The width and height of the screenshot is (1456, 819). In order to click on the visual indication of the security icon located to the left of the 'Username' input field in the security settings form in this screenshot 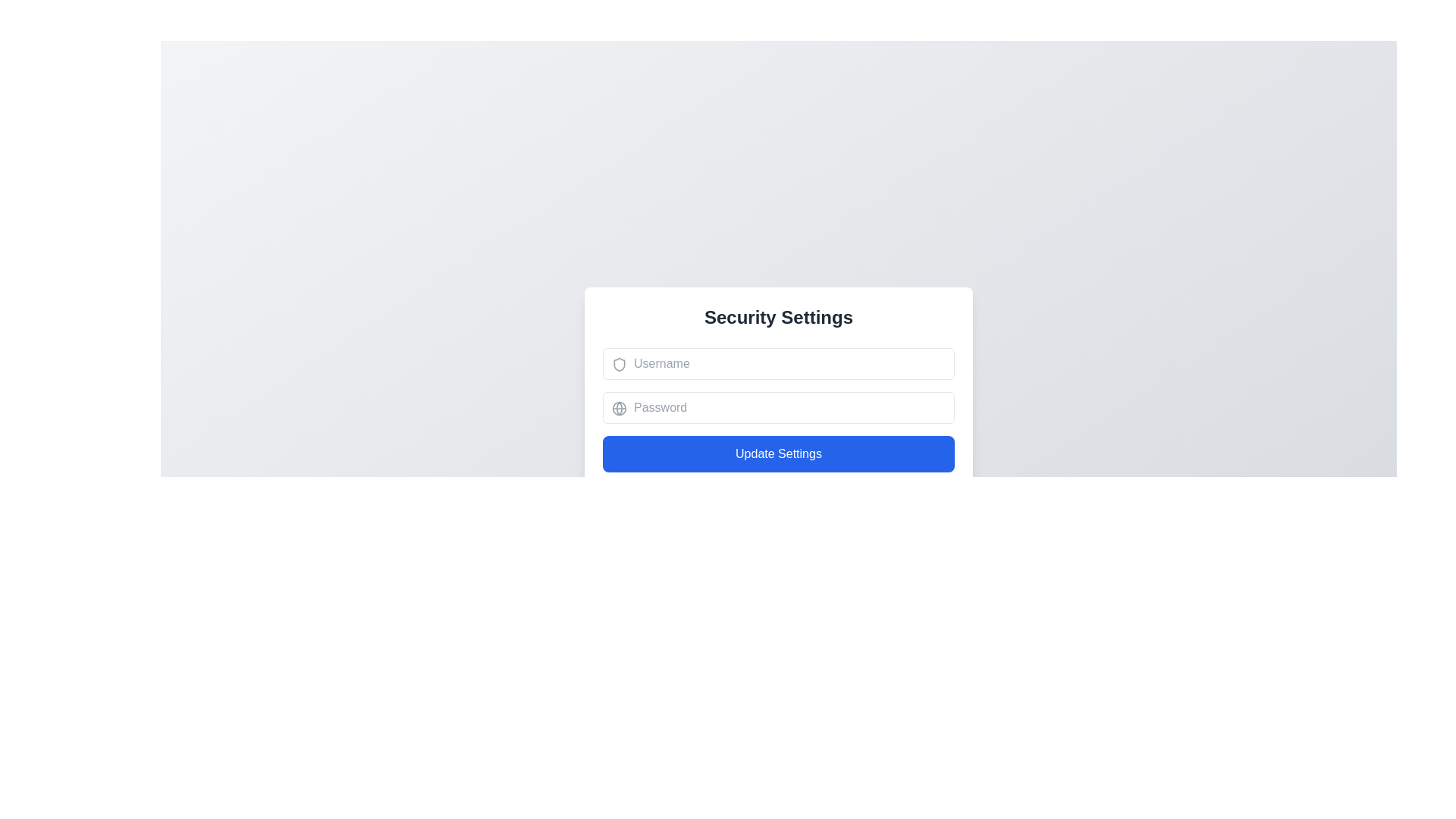, I will do `click(619, 363)`.